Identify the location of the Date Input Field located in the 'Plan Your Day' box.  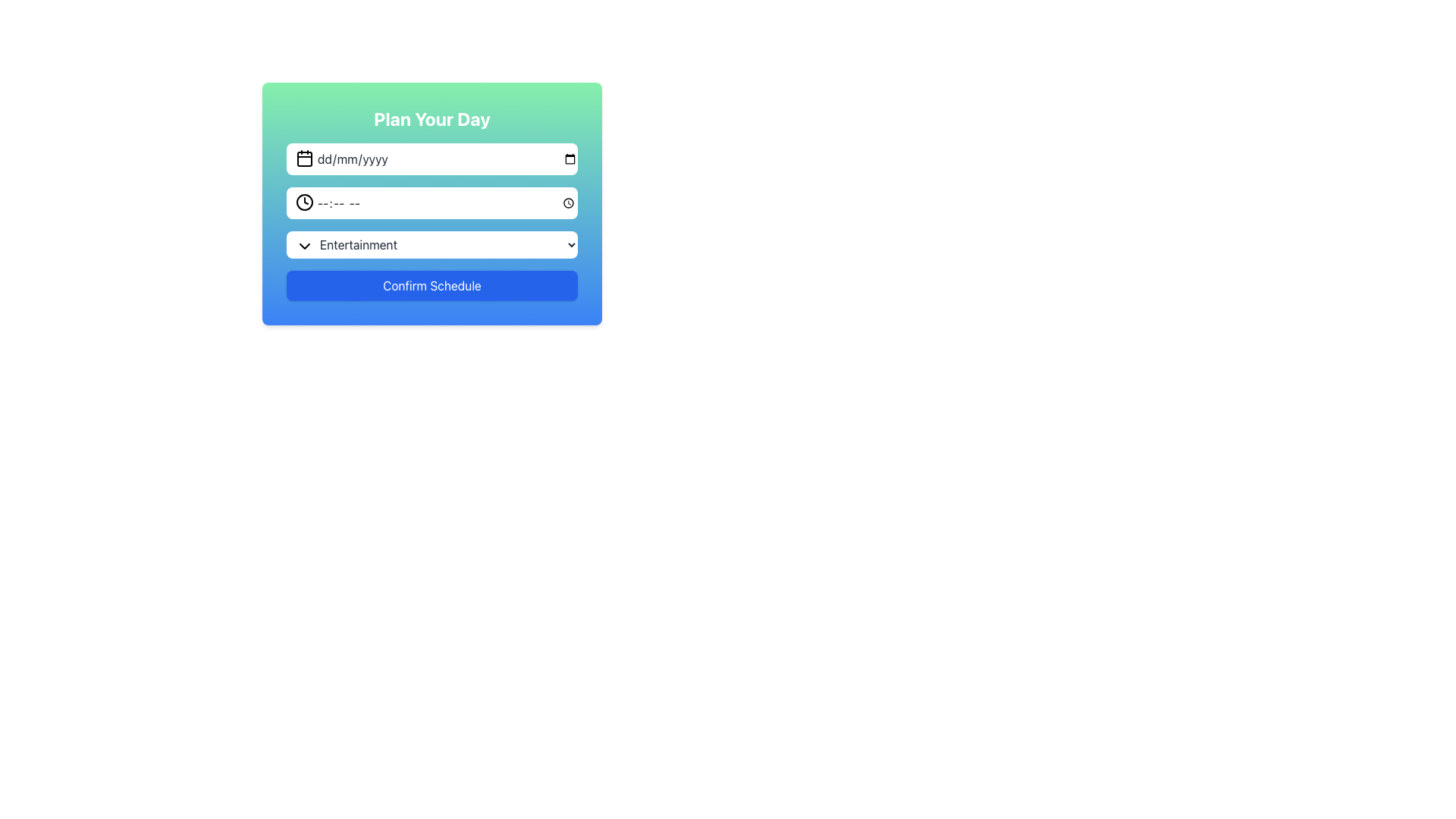
(431, 158).